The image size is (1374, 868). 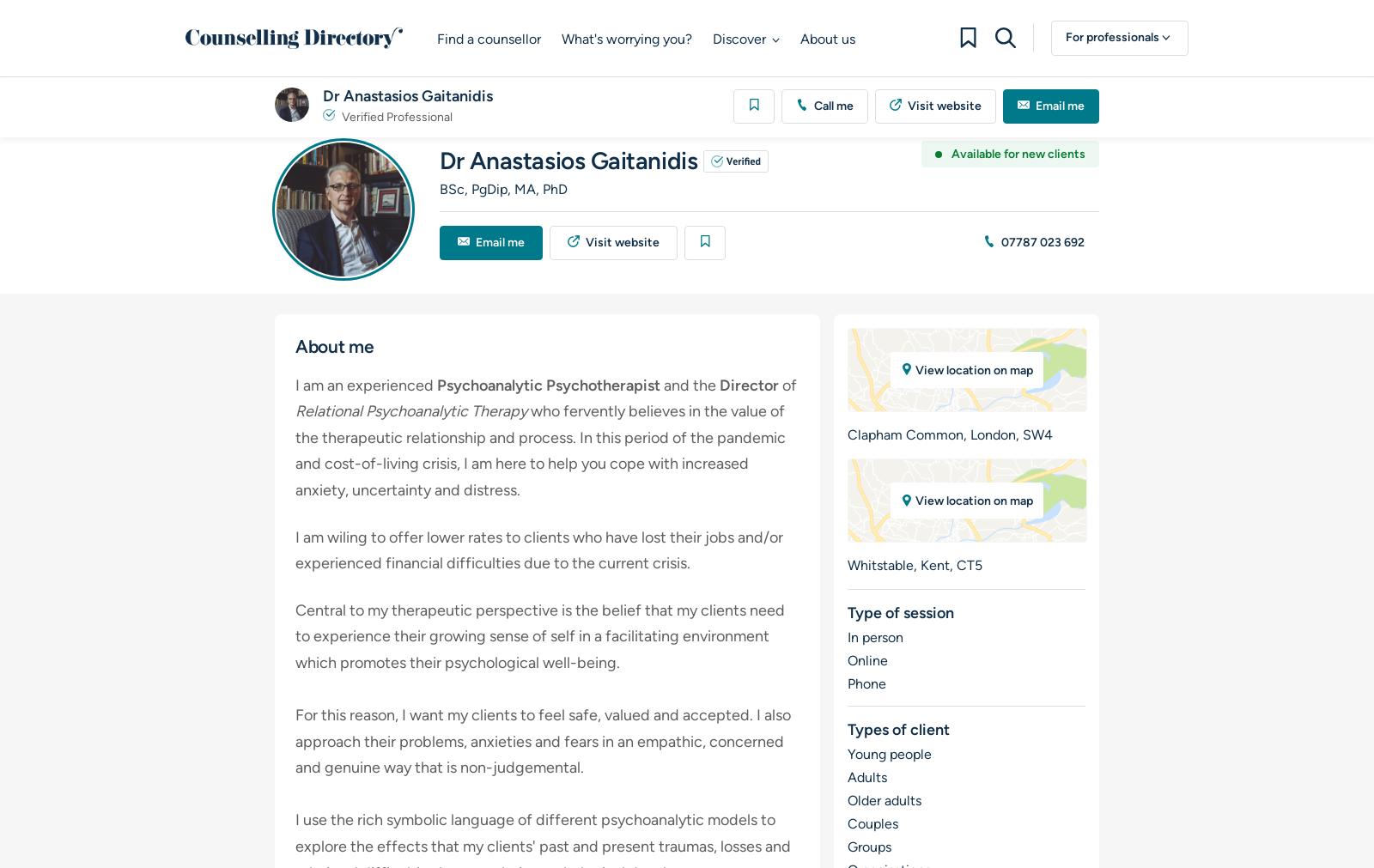 What do you see at coordinates (295, 344) in the screenshot?
I see `'About me'` at bounding box center [295, 344].